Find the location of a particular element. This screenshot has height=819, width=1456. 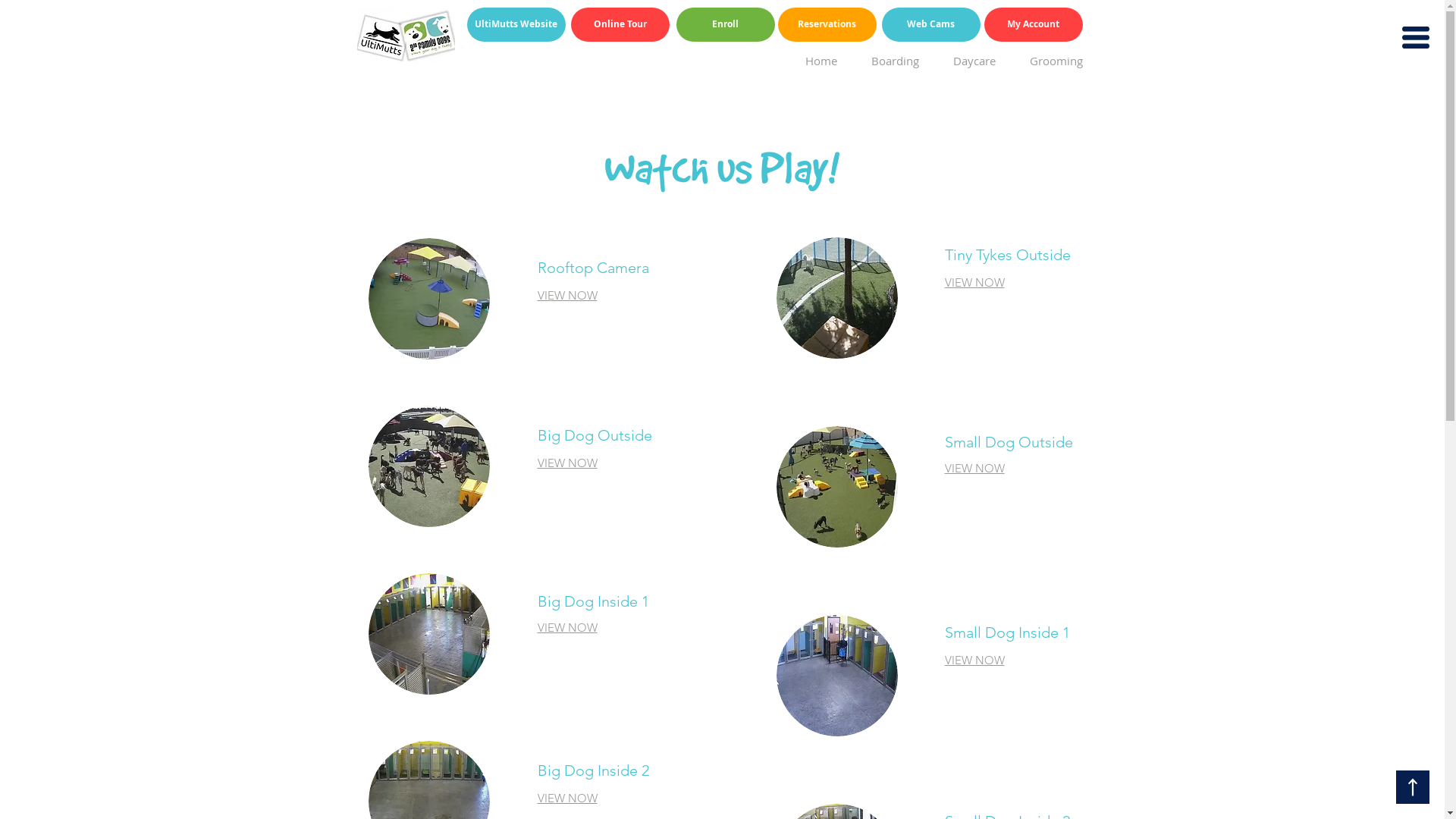

'VIEW NOW' is located at coordinates (566, 295).